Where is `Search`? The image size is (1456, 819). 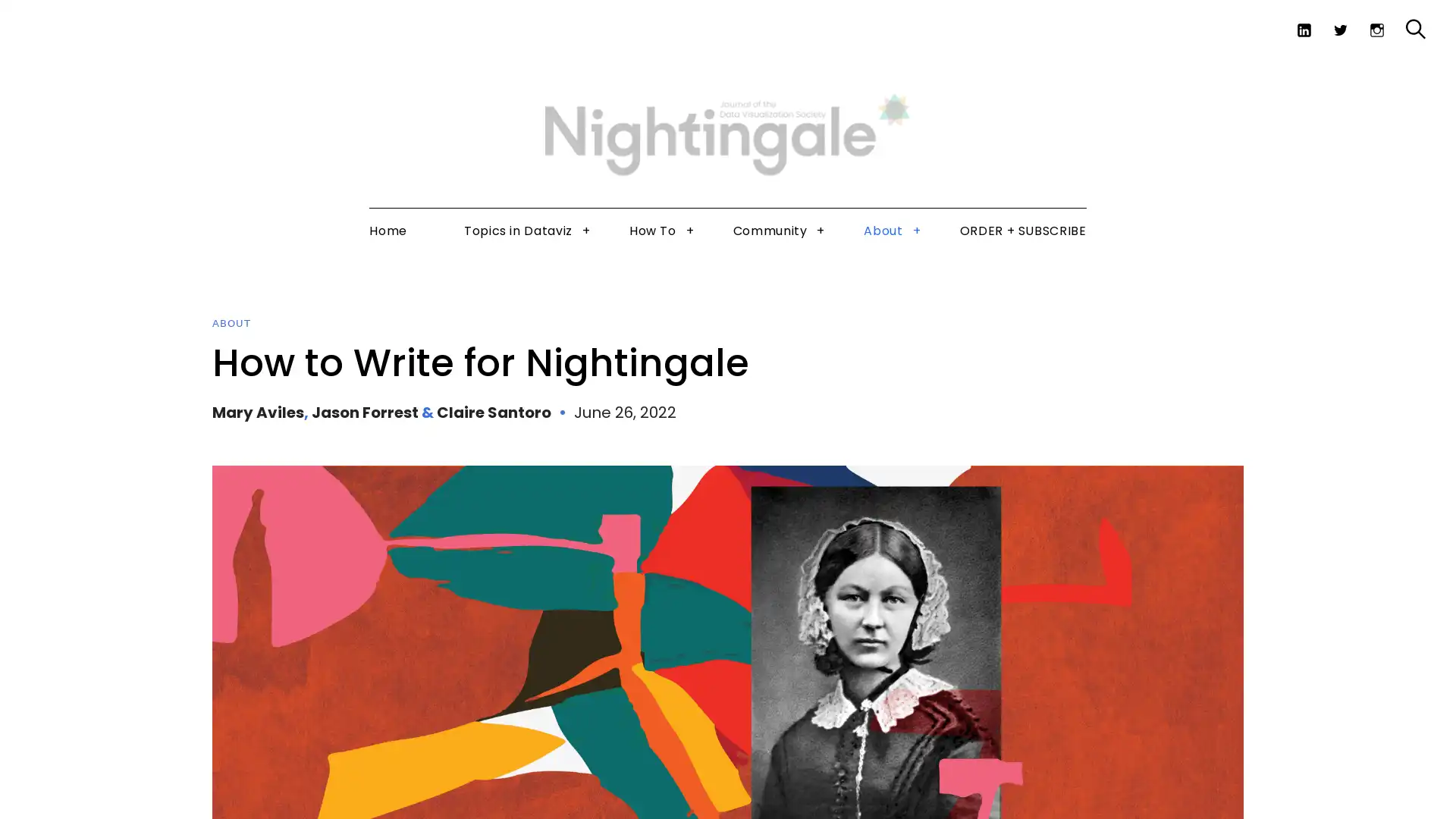
Search is located at coordinates (1383, 67).